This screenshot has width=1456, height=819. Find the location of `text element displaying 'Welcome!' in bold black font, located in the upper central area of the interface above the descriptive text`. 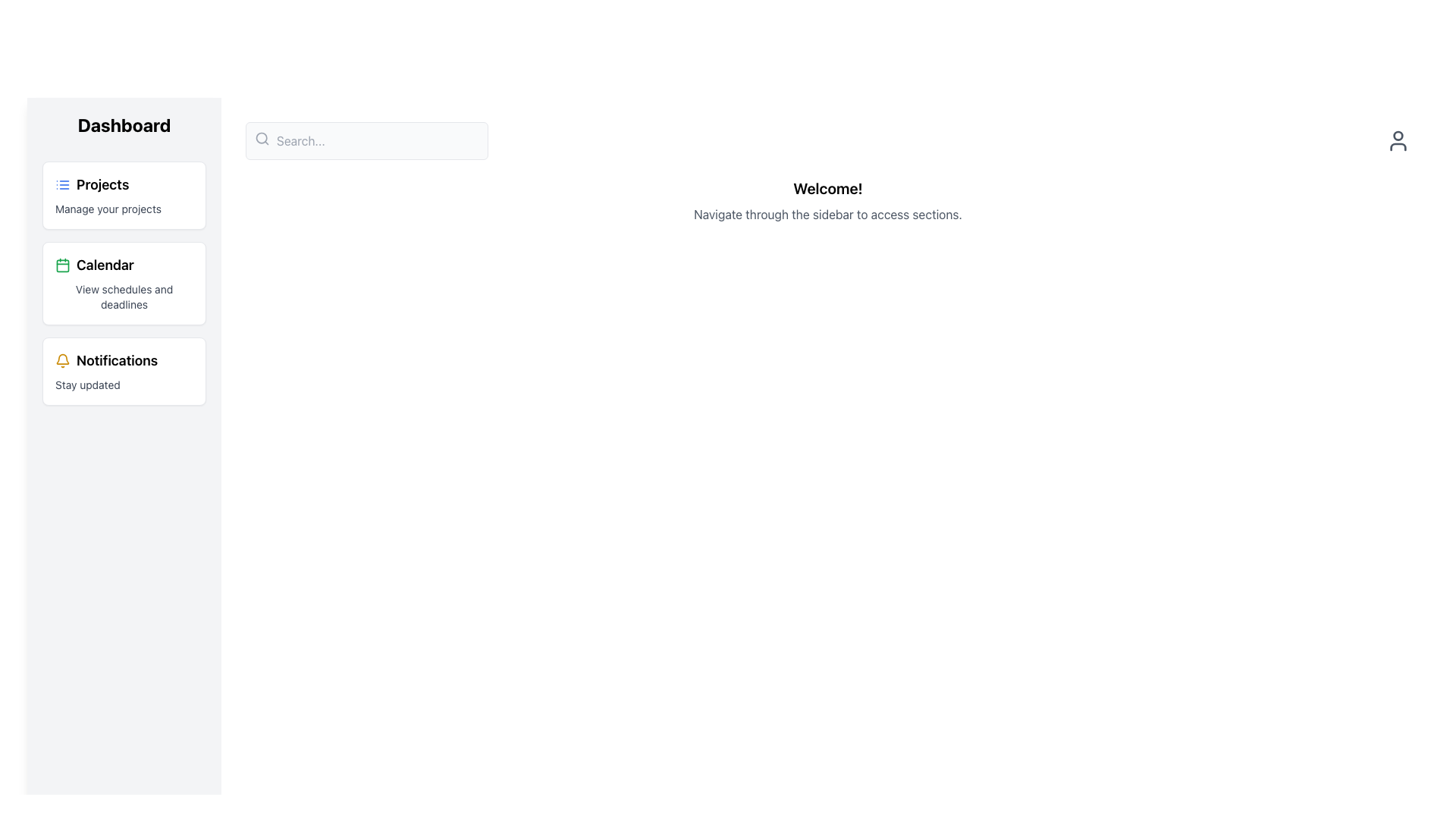

text element displaying 'Welcome!' in bold black font, located in the upper central area of the interface above the descriptive text is located at coordinates (827, 188).